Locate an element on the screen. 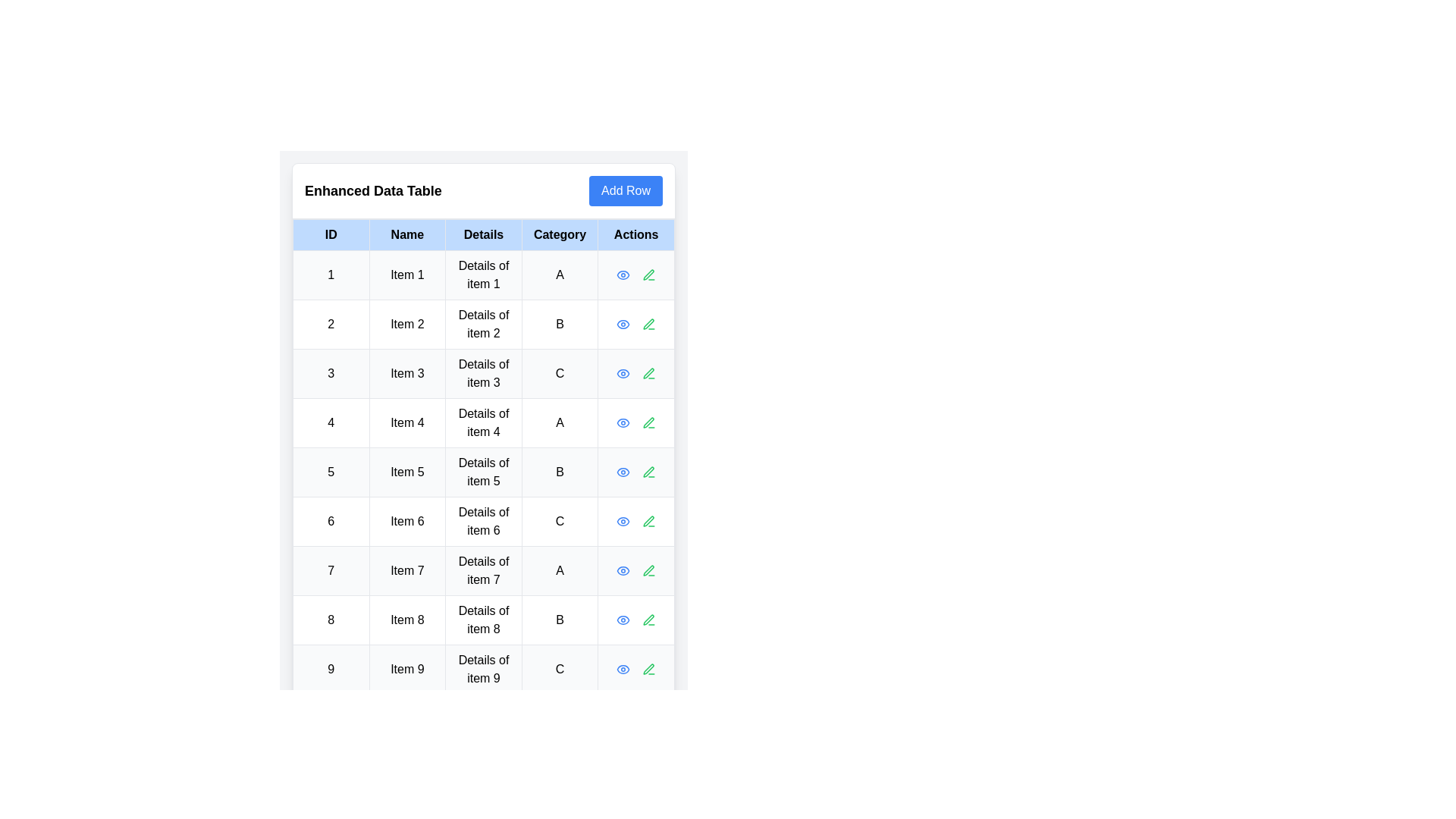 This screenshot has width=1456, height=819. the blue eye icon button in the actions column of the second row of the data table is located at coordinates (623, 324).